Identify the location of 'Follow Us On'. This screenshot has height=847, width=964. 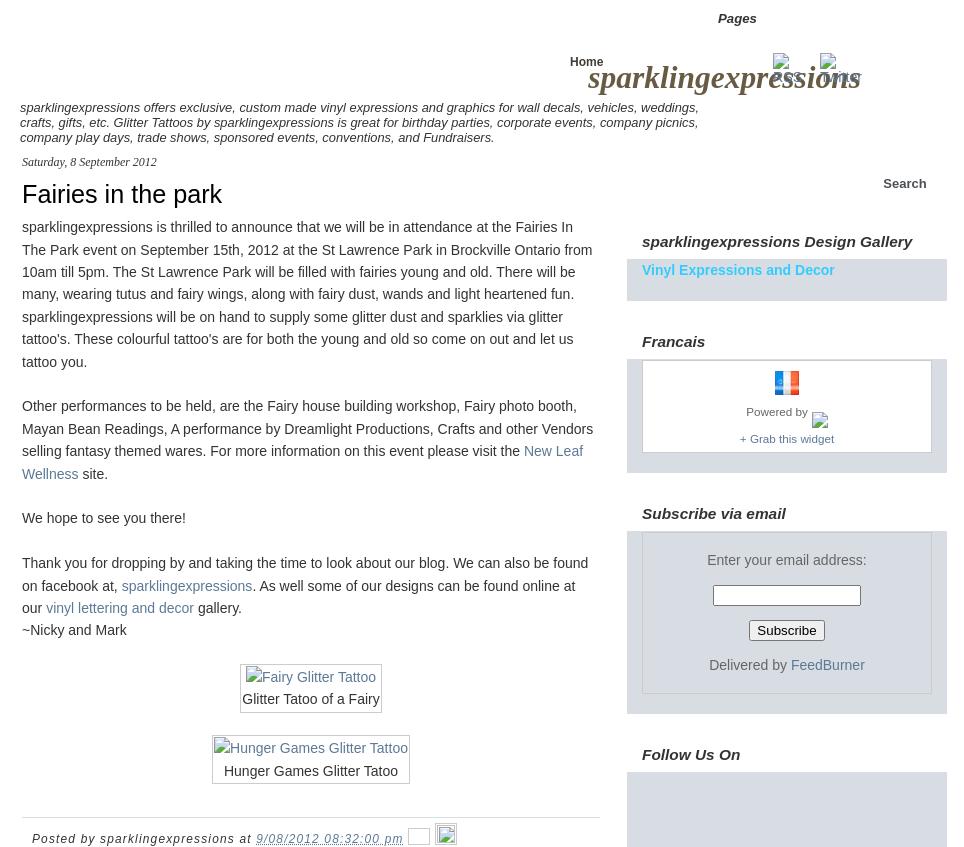
(690, 752).